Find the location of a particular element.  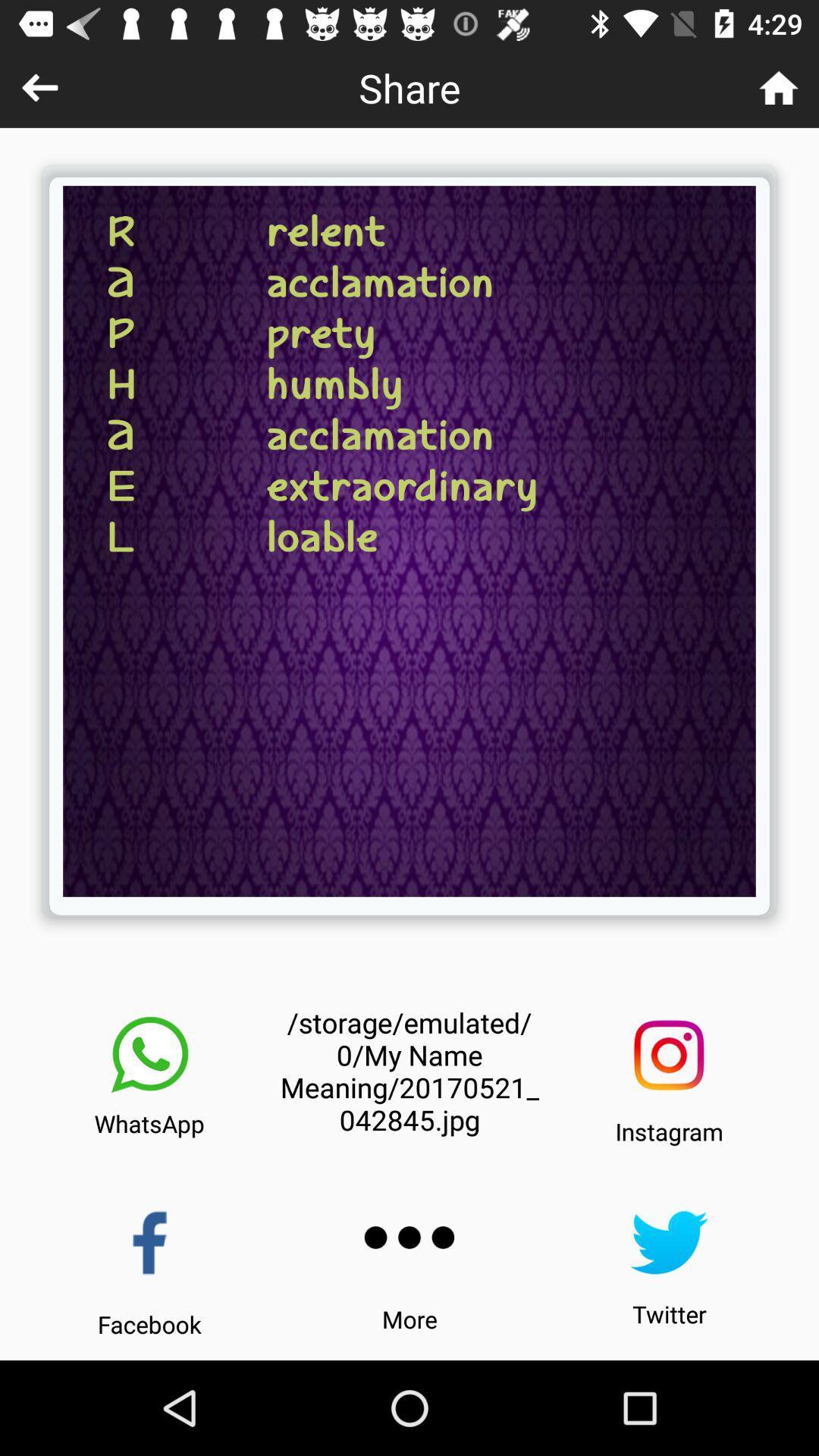

the item next to the share item is located at coordinates (779, 86).